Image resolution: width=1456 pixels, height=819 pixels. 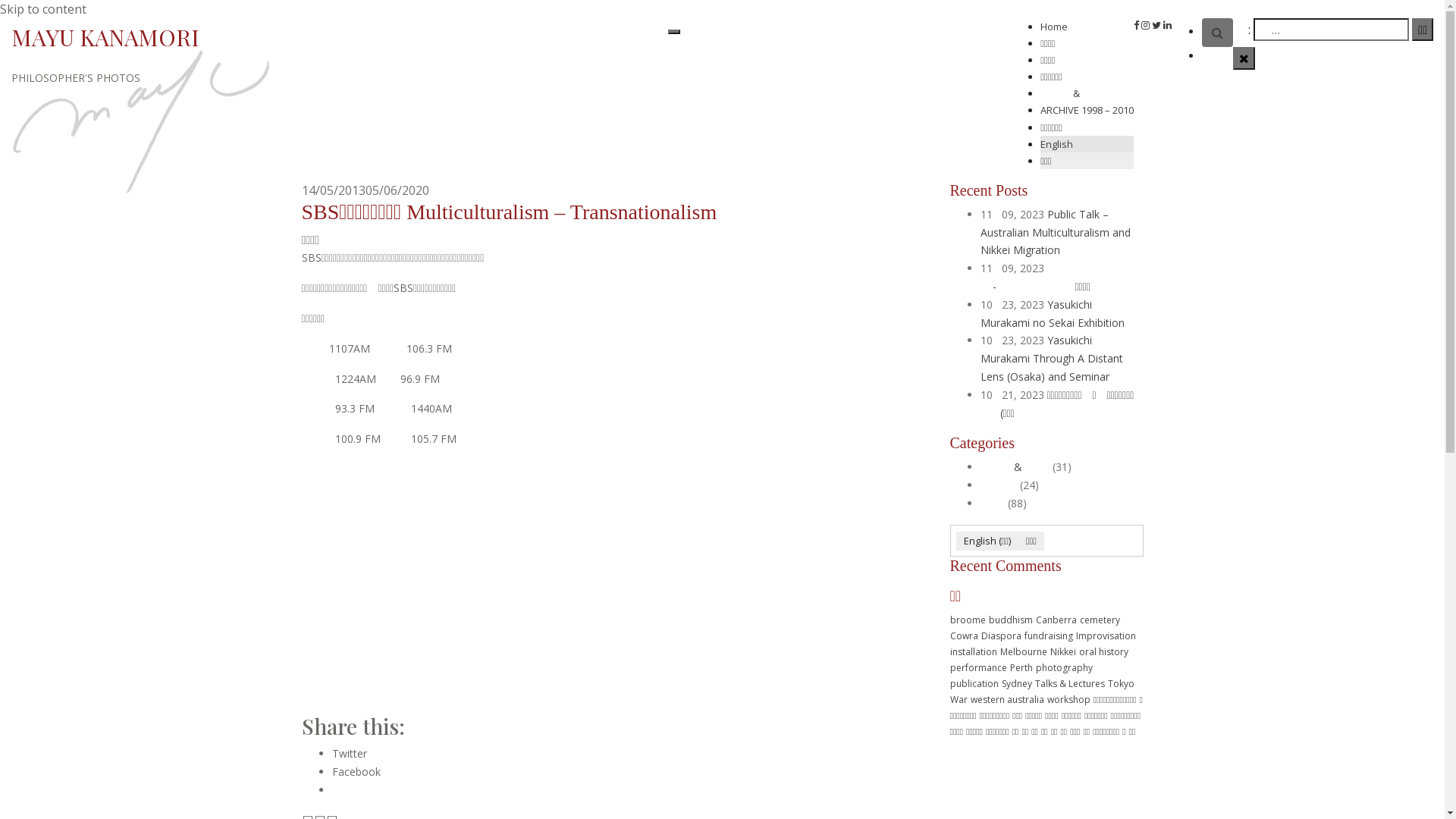 What do you see at coordinates (1001, 635) in the screenshot?
I see `'Diaspora'` at bounding box center [1001, 635].